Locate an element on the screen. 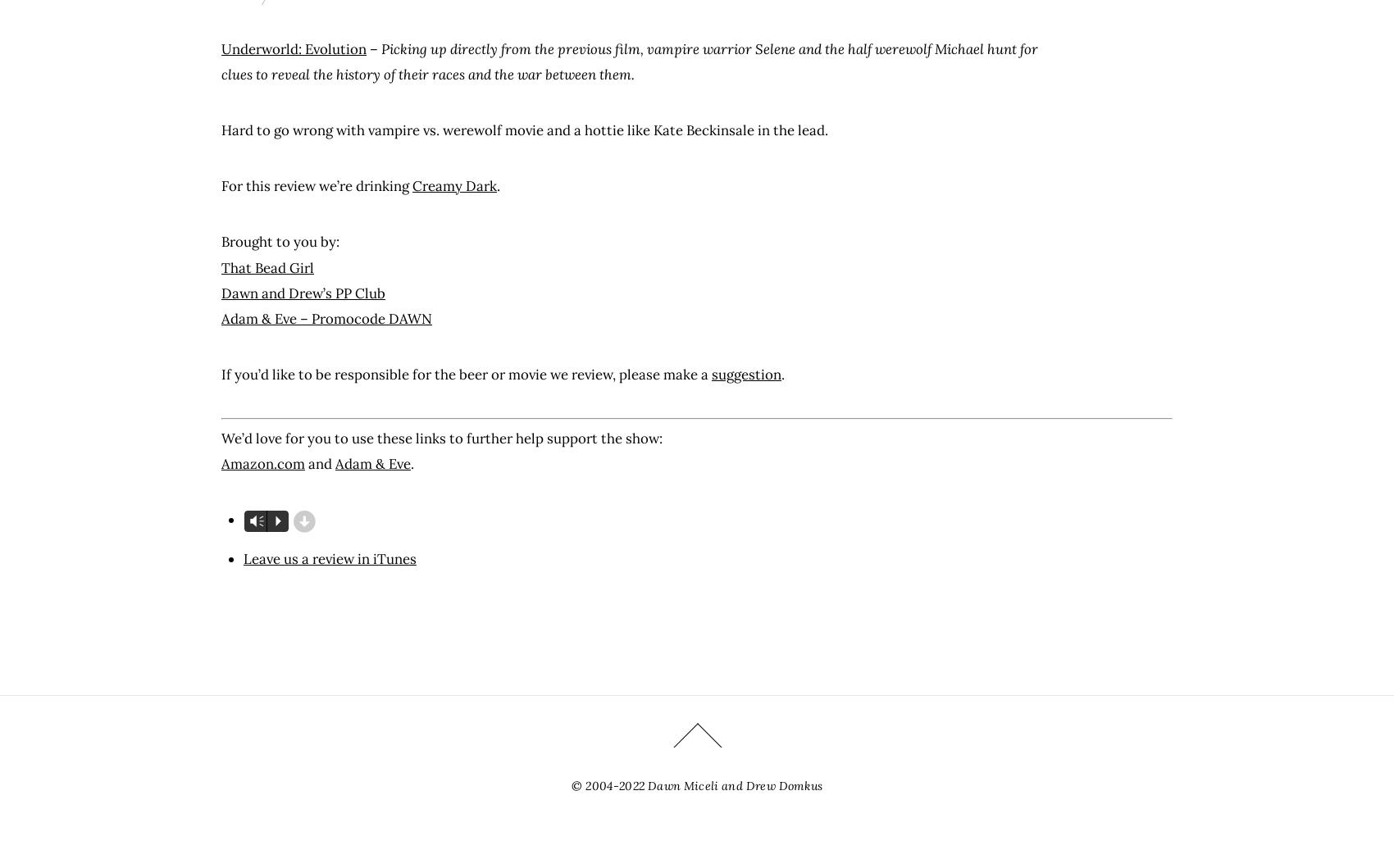 This screenshot has height=868, width=1394. 'P' is located at coordinates (276, 521).